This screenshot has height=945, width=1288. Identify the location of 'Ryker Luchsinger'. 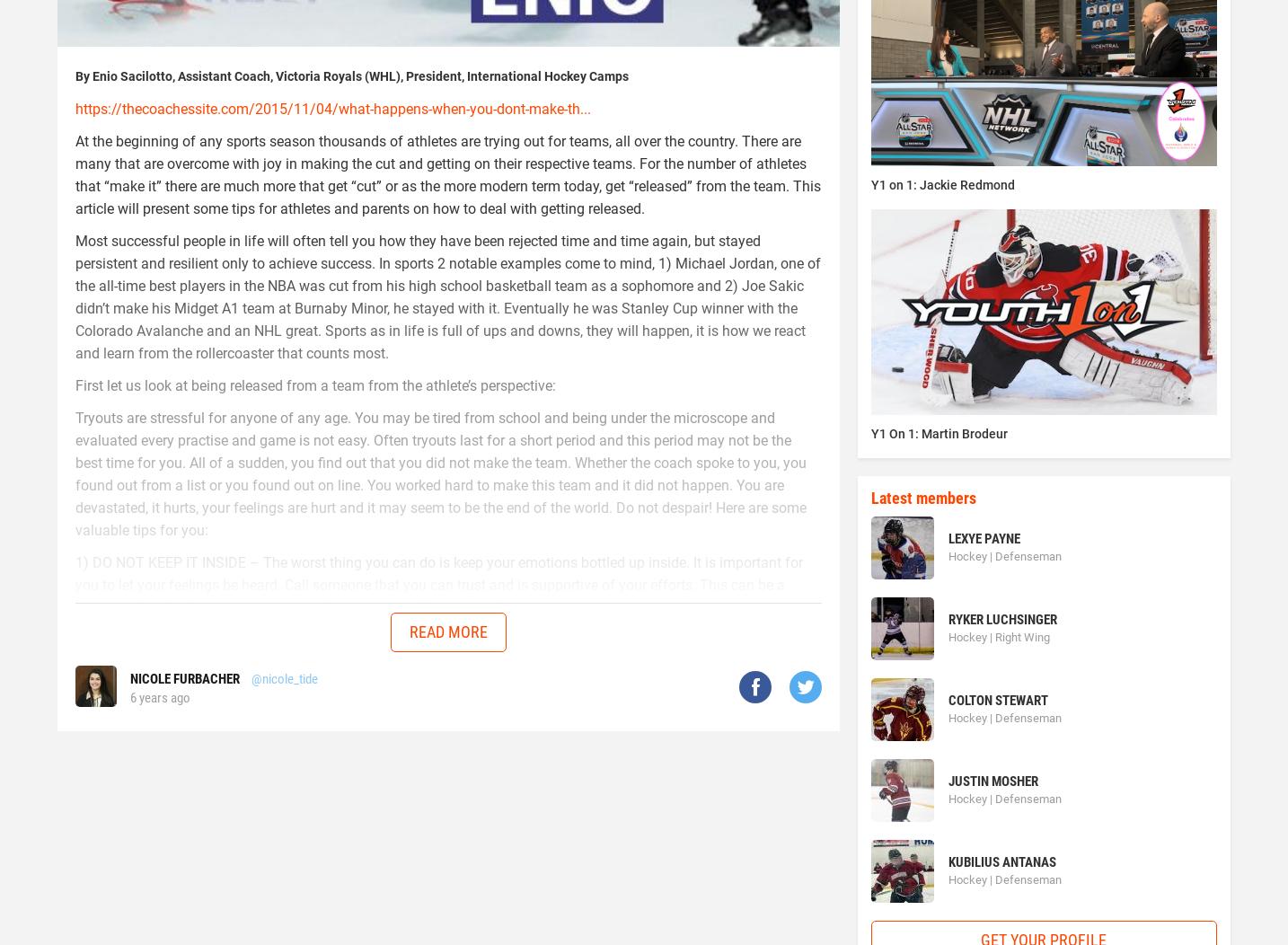
(1001, 617).